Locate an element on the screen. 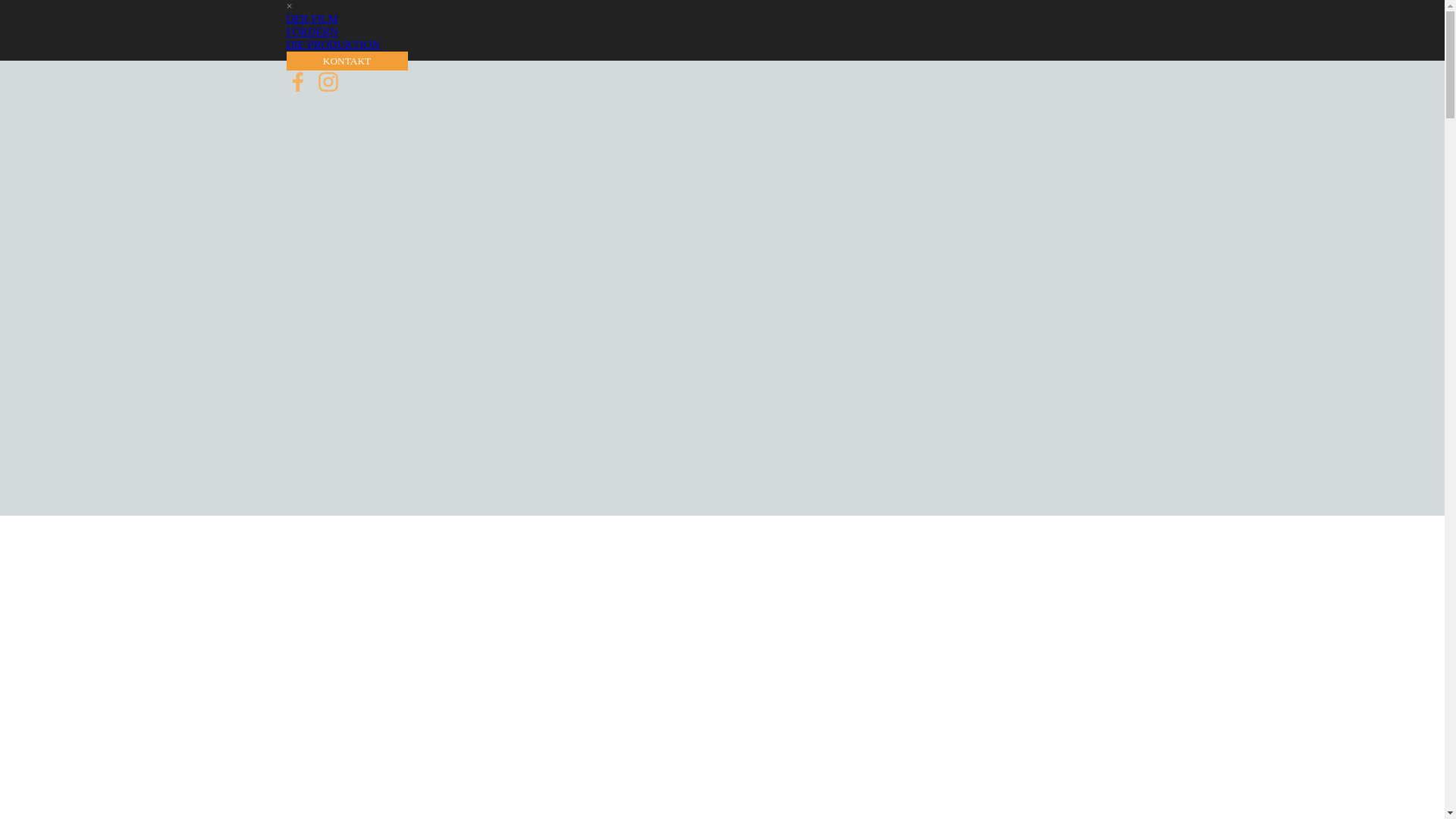  'KONTAKT' is located at coordinates (346, 60).